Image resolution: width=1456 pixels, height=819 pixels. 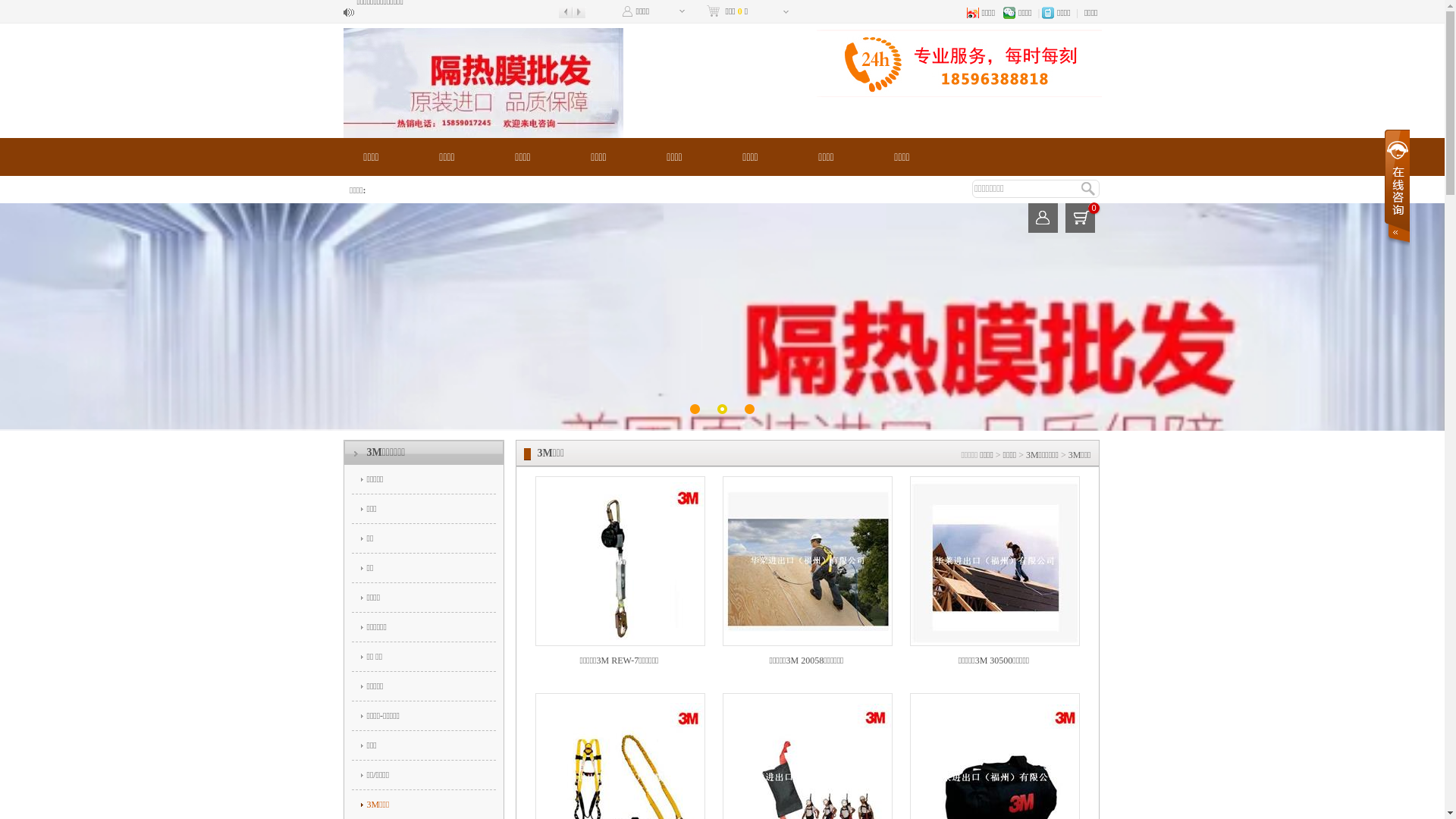 What do you see at coordinates (957, 61) in the screenshot?
I see `'hotline'` at bounding box center [957, 61].